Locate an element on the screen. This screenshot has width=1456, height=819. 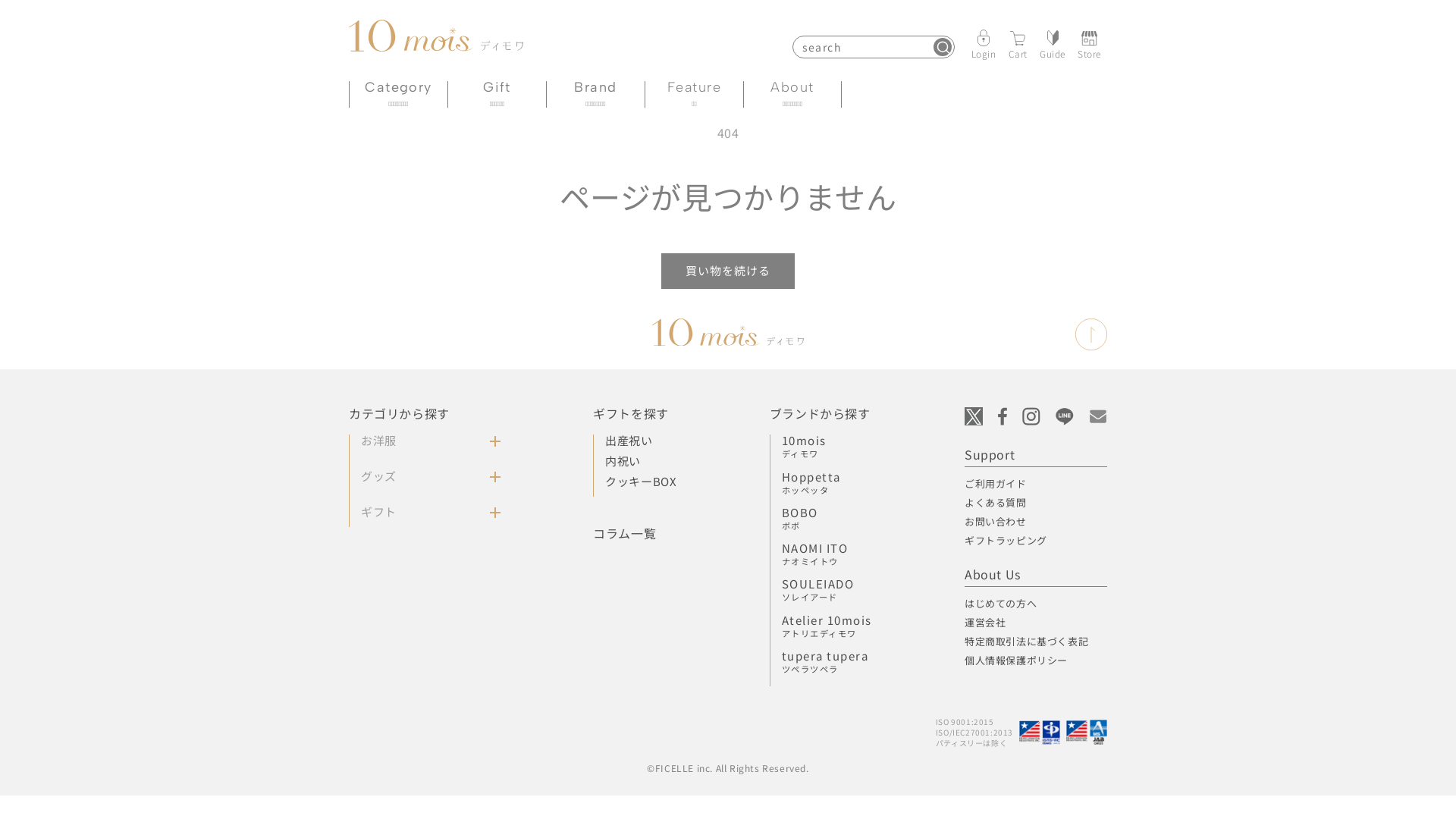
'Store' is located at coordinates (1088, 42).